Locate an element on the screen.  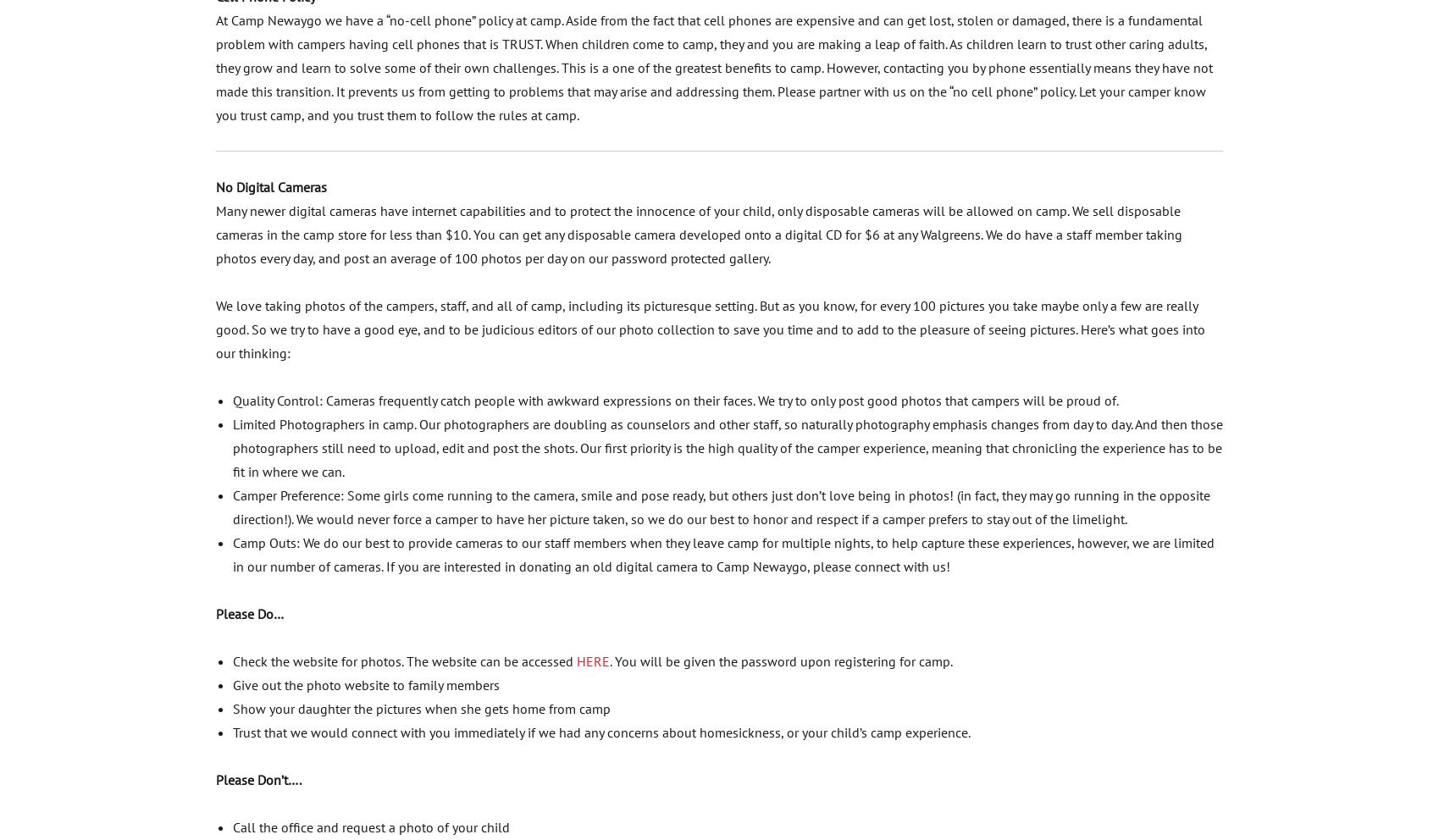
'Many newer digital cameras have internet capabilities and to protect the innocence of your child, only disposable cameras will be allowed on camp. We sell disposable cameras in the camp store for less than $10. You can get any disposable camera developed onto a digital CD for $6 at any Walgreens. We do have a staff member taking photos every day, and post an average of 100 photos per day on our password protected gallery.' is located at coordinates (215, 232).